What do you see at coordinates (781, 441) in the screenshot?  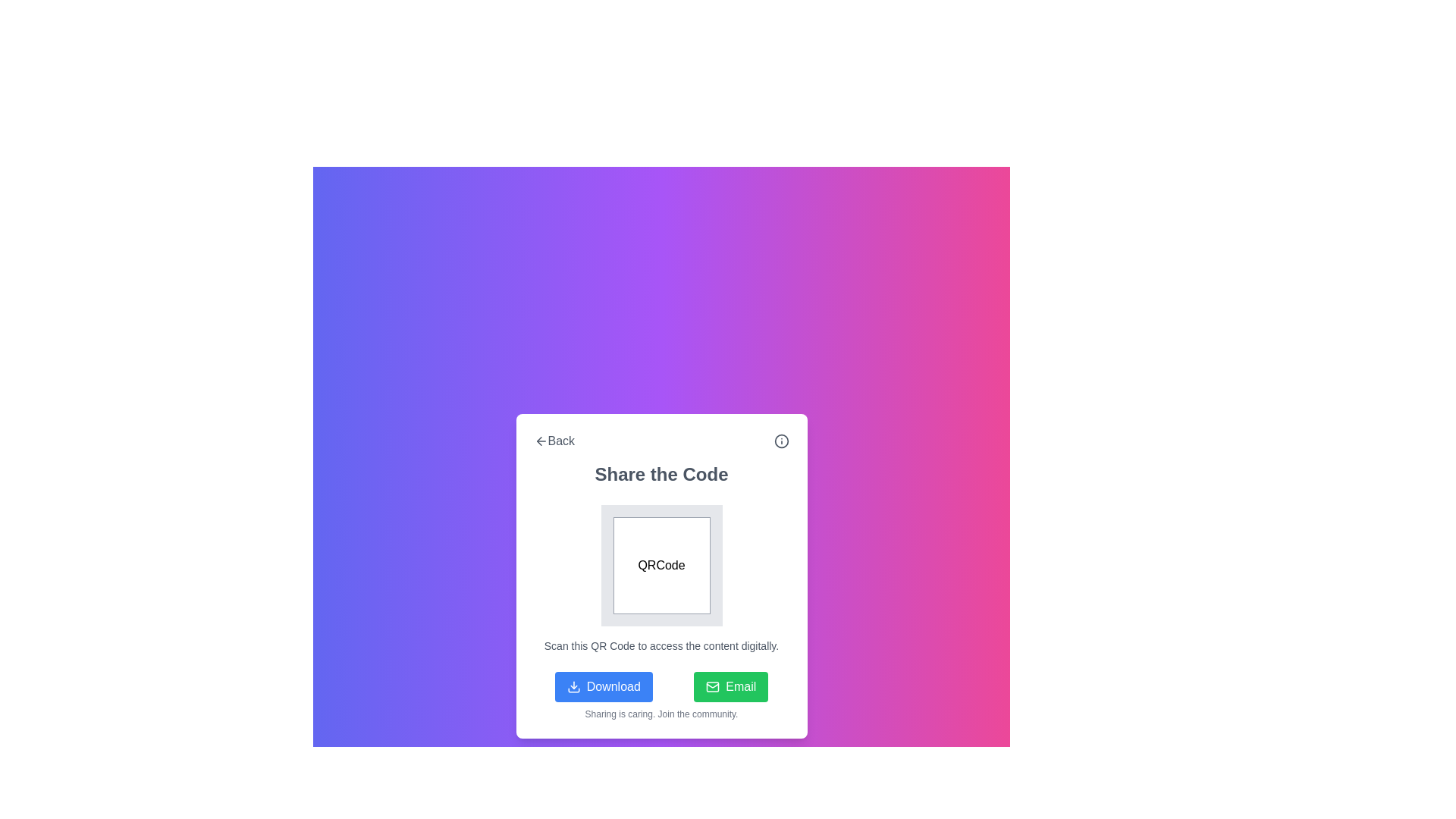 I see `the circle graphical element that is part of an SVG image located in the top-right corner of the modal window` at bounding box center [781, 441].